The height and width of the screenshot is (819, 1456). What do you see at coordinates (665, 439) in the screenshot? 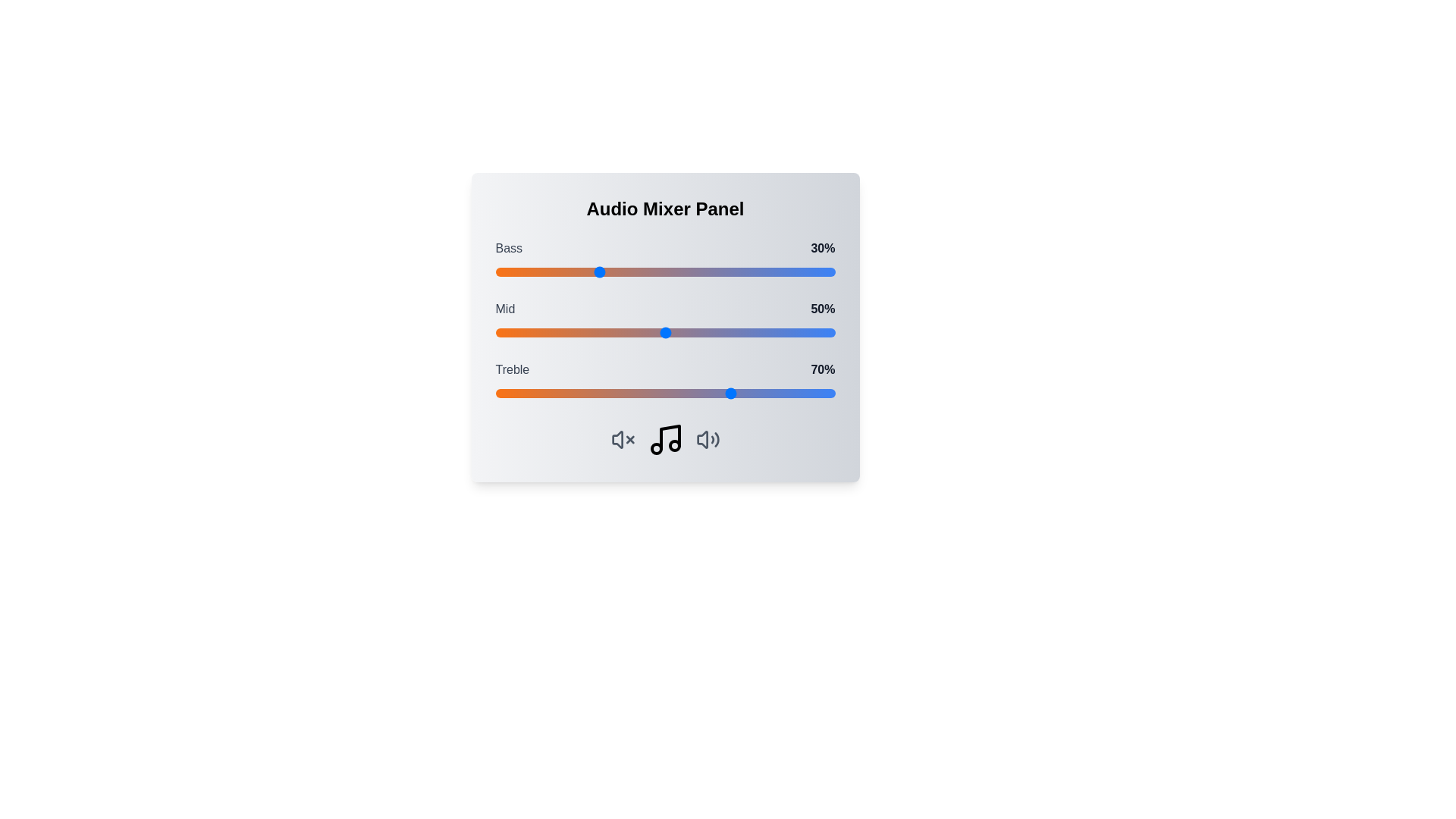
I see `the music icon to interact with the corresponding volume control` at bounding box center [665, 439].